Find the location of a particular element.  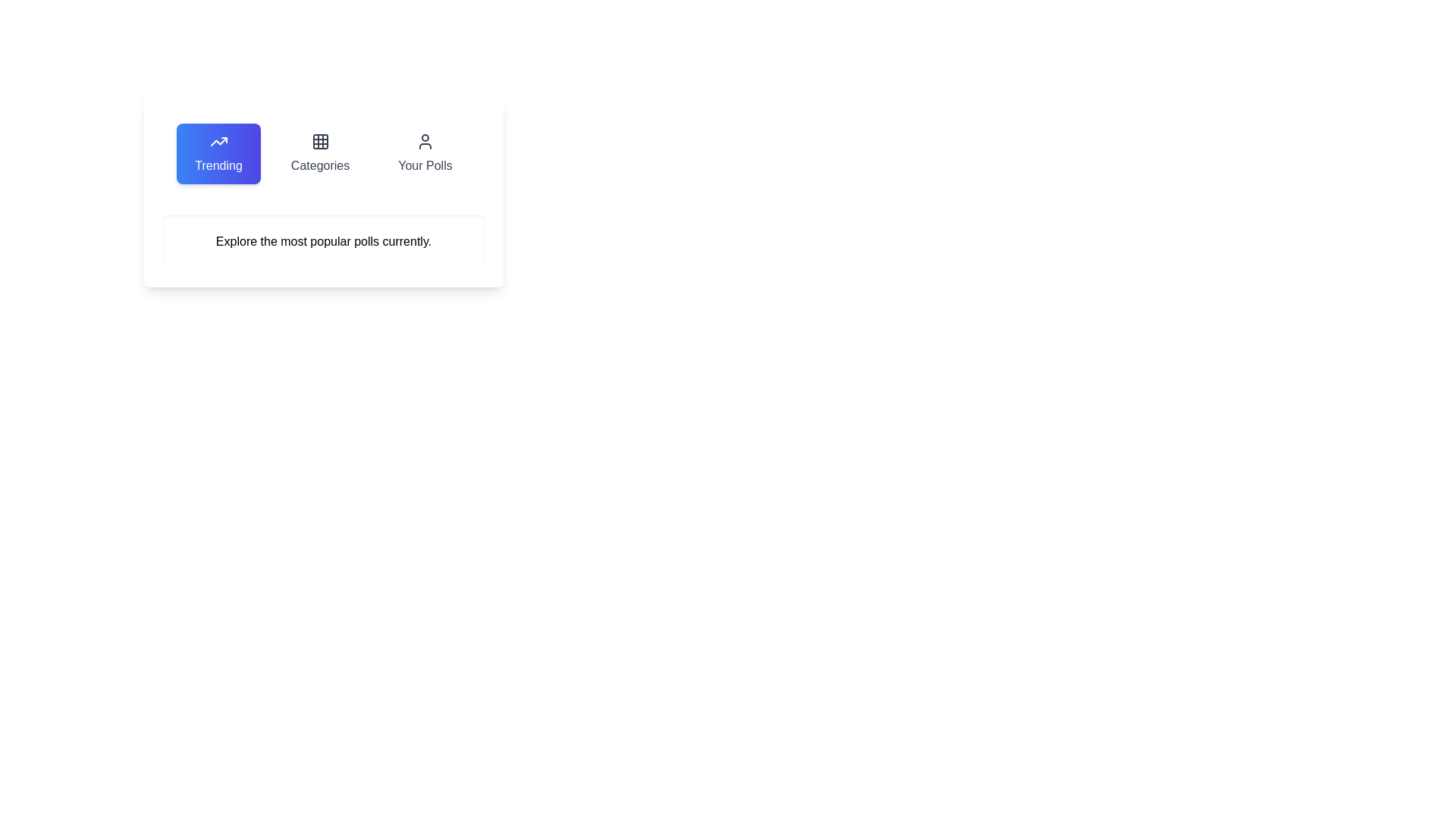

the tab labeled 'Categories' to switch to the corresponding section is located at coordinates (319, 154).